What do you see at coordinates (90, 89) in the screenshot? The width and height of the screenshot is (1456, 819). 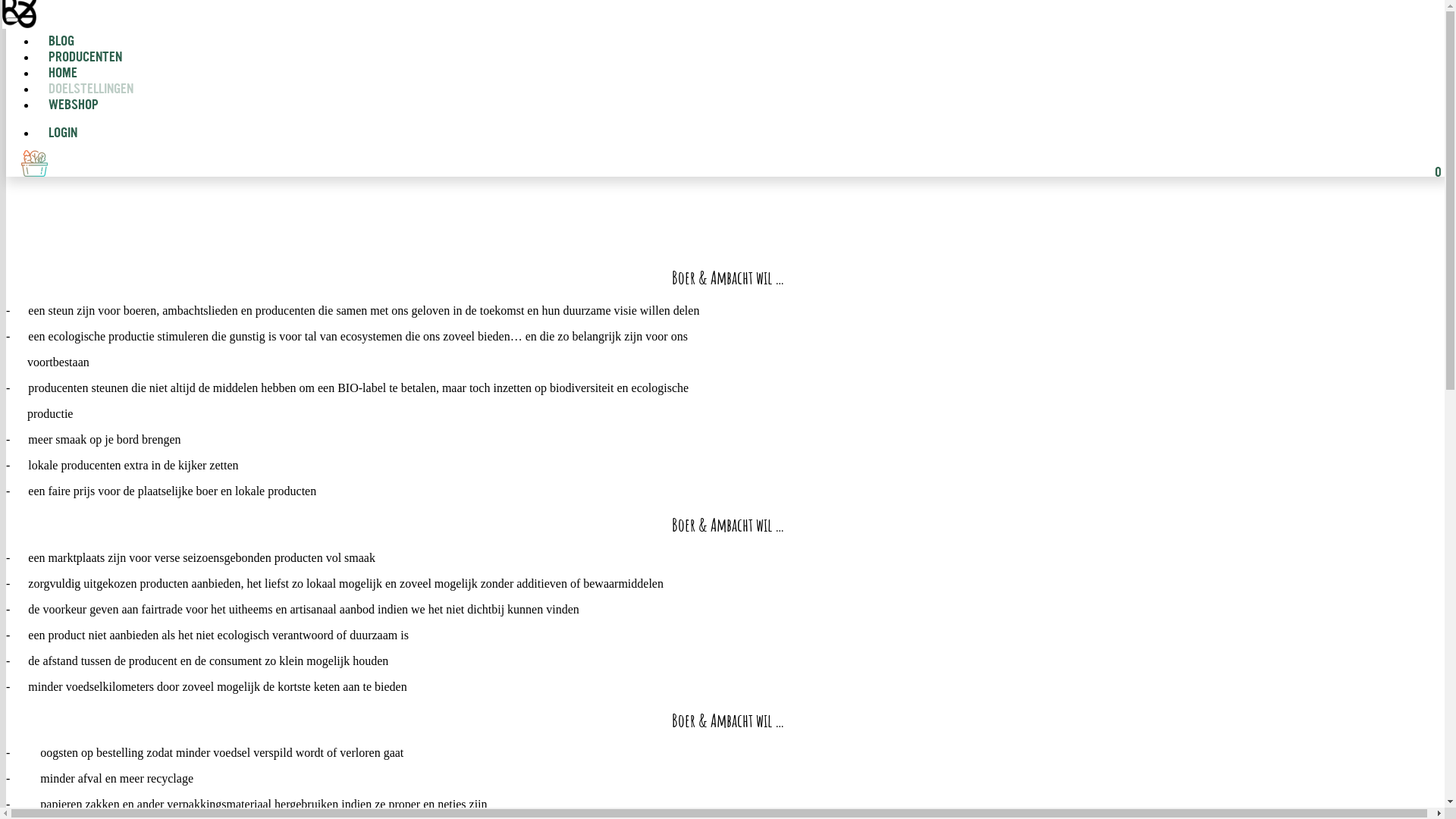 I see `'DOELSTELLINGEN'` at bounding box center [90, 89].